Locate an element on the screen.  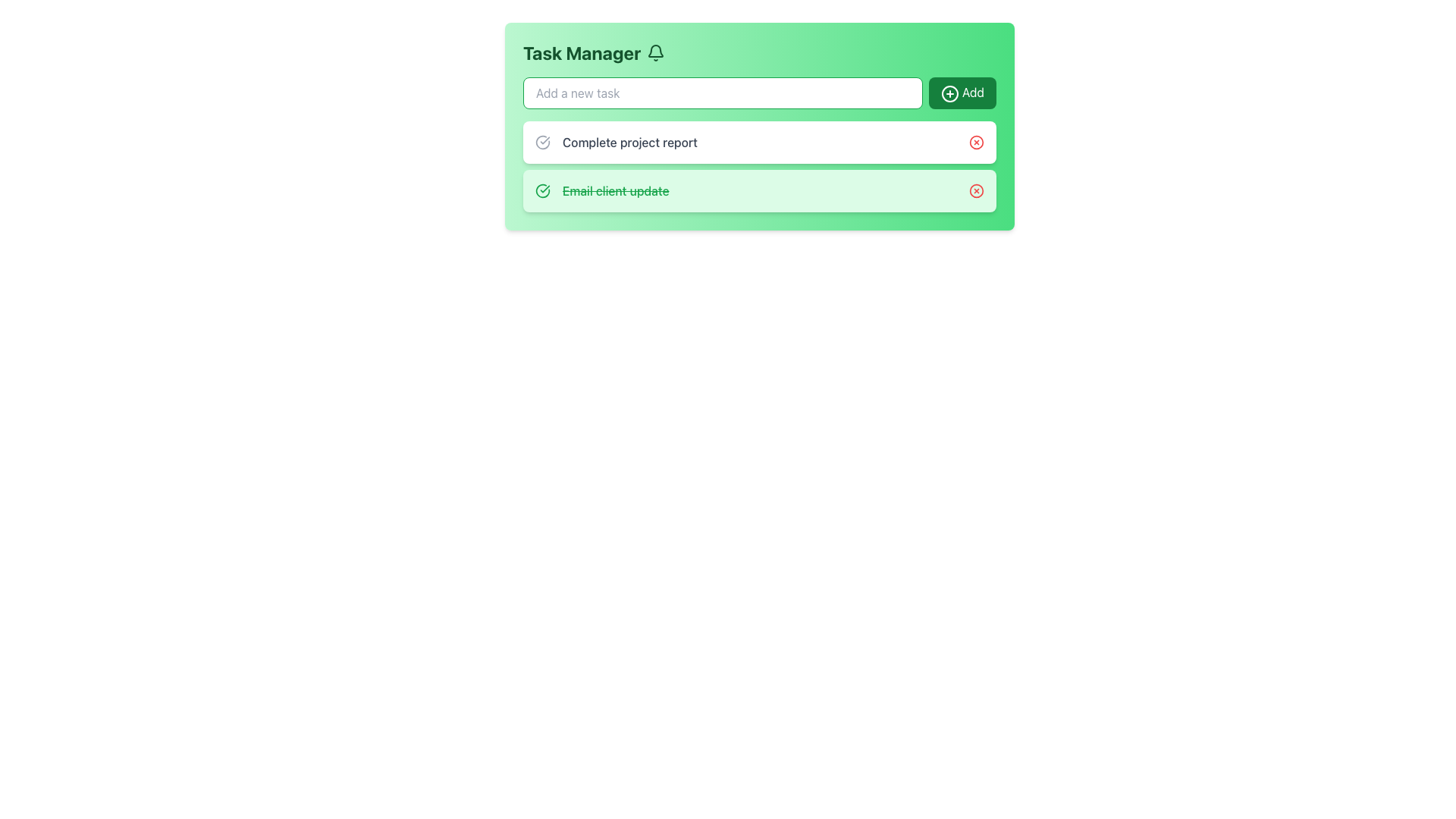
the green circular checkbox icon with a checkmark is located at coordinates (542, 190).